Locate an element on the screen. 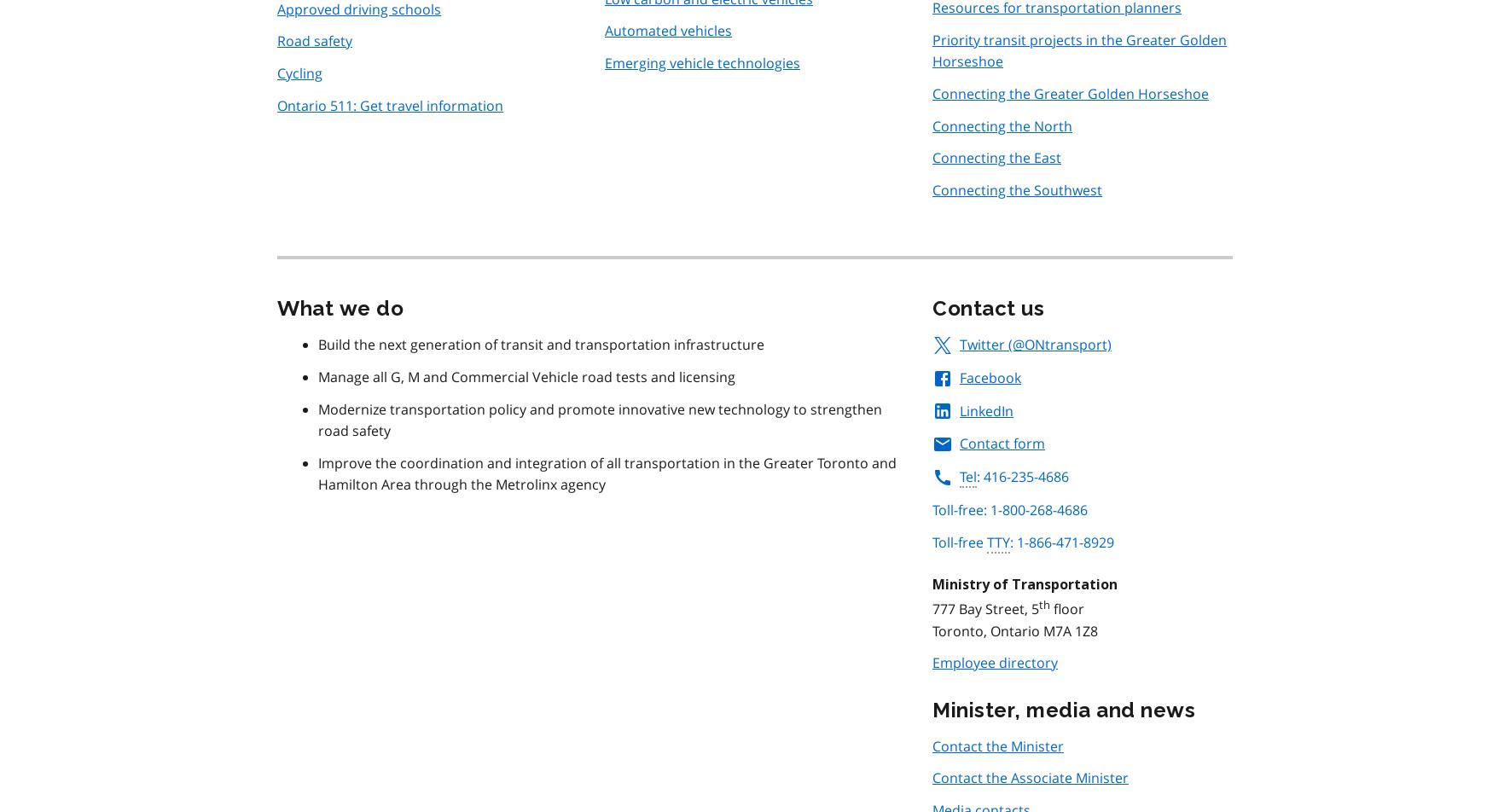 This screenshot has height=812, width=1510. 'Road safety' is located at coordinates (276, 40).